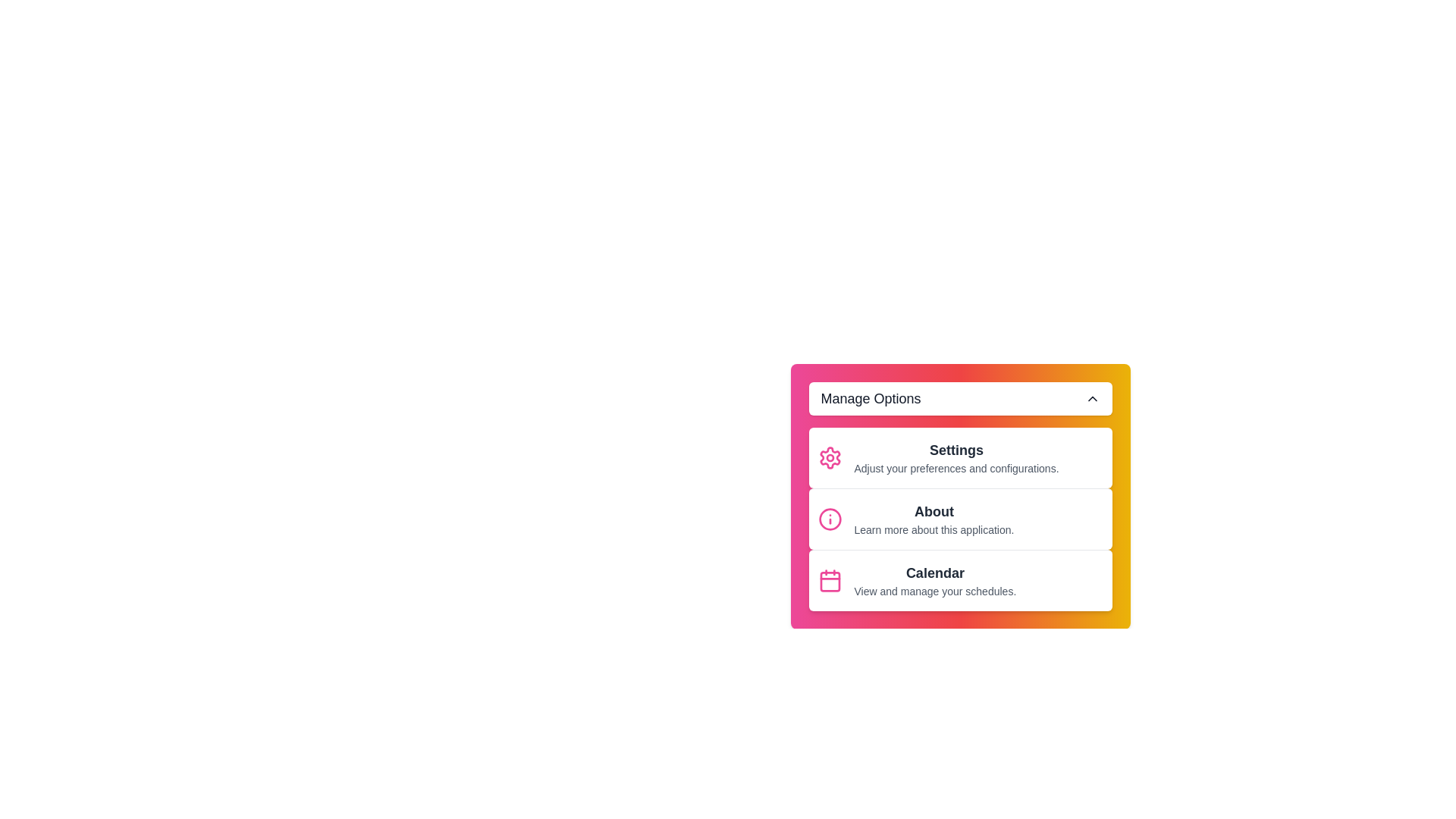 The width and height of the screenshot is (1456, 819). What do you see at coordinates (829, 580) in the screenshot?
I see `the icon for Calendar` at bounding box center [829, 580].